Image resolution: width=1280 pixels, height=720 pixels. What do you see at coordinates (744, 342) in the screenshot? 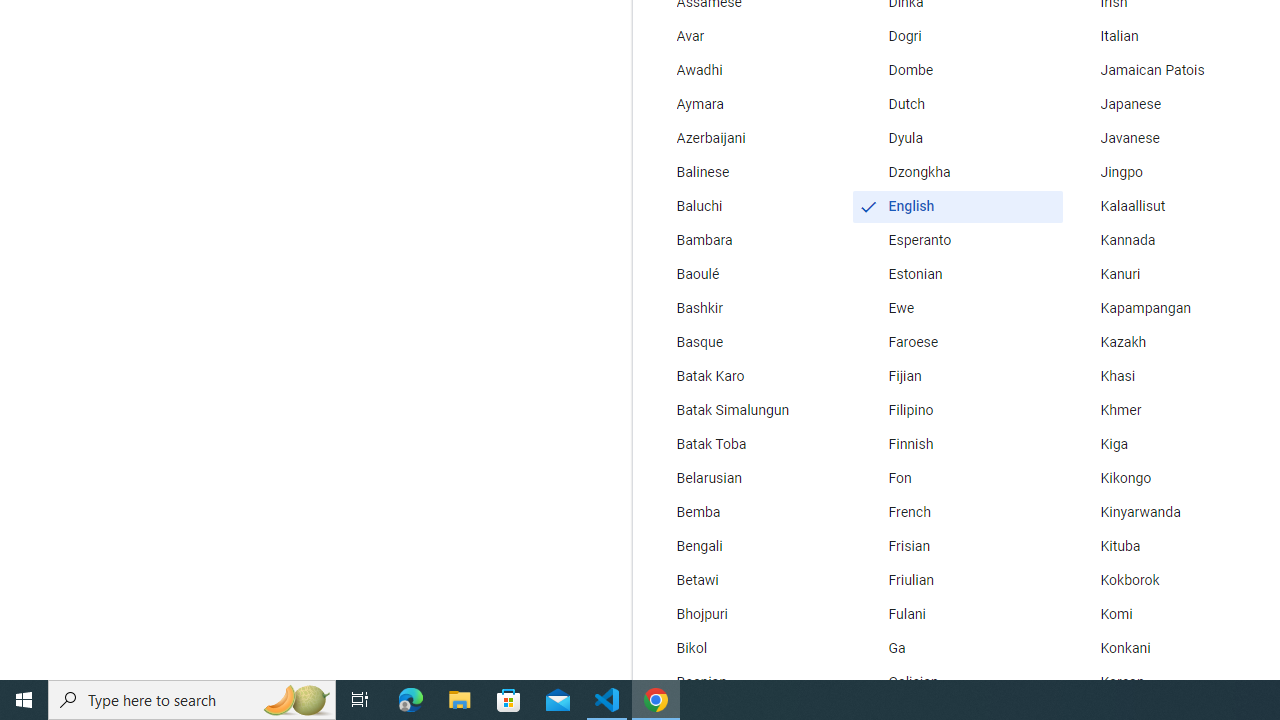
I see `'Basque'` at bounding box center [744, 342].